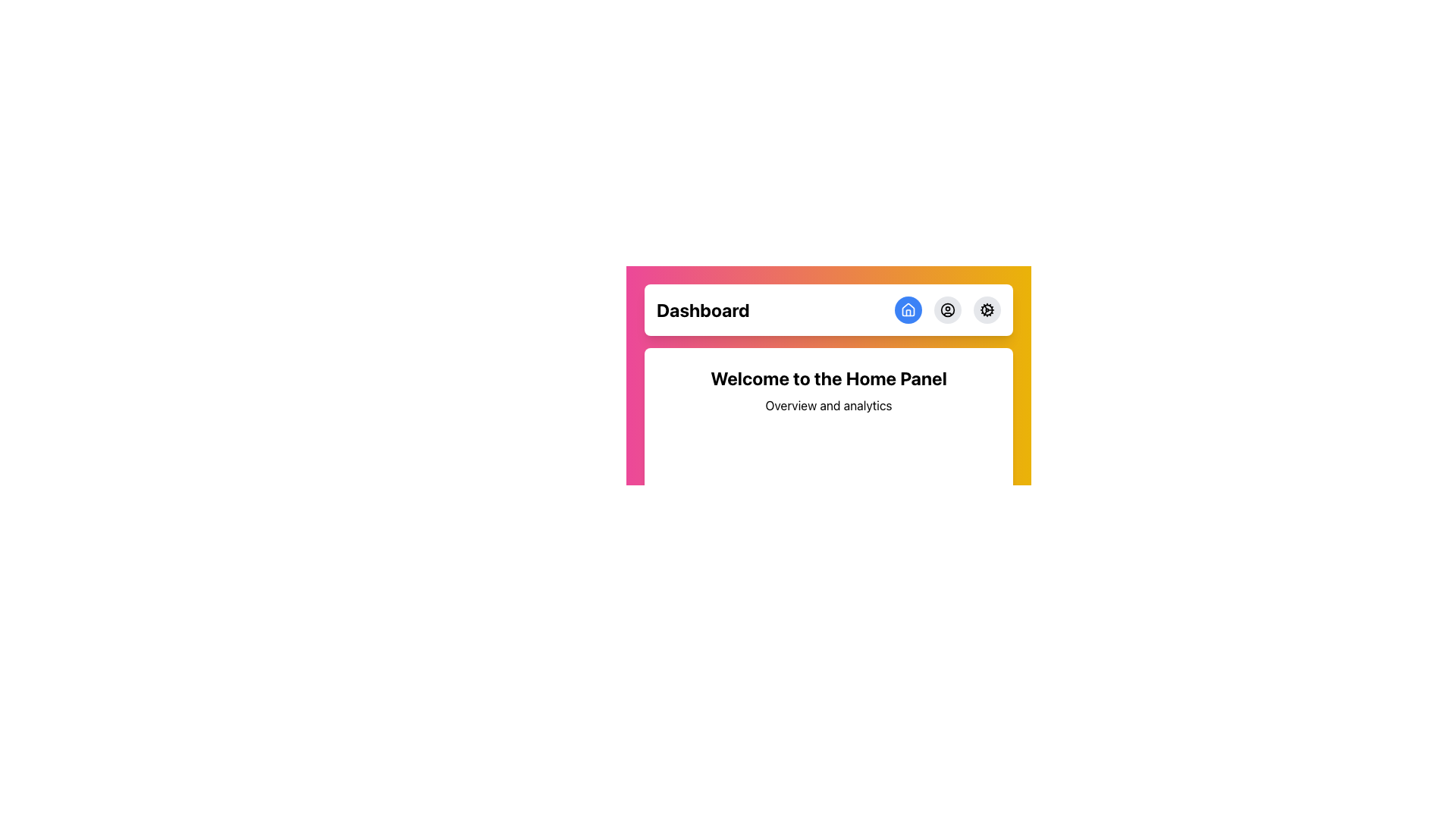 The image size is (1456, 819). Describe the element at coordinates (946, 309) in the screenshot. I see `the user profile button, which is the third circular button in the header's right side` at that location.